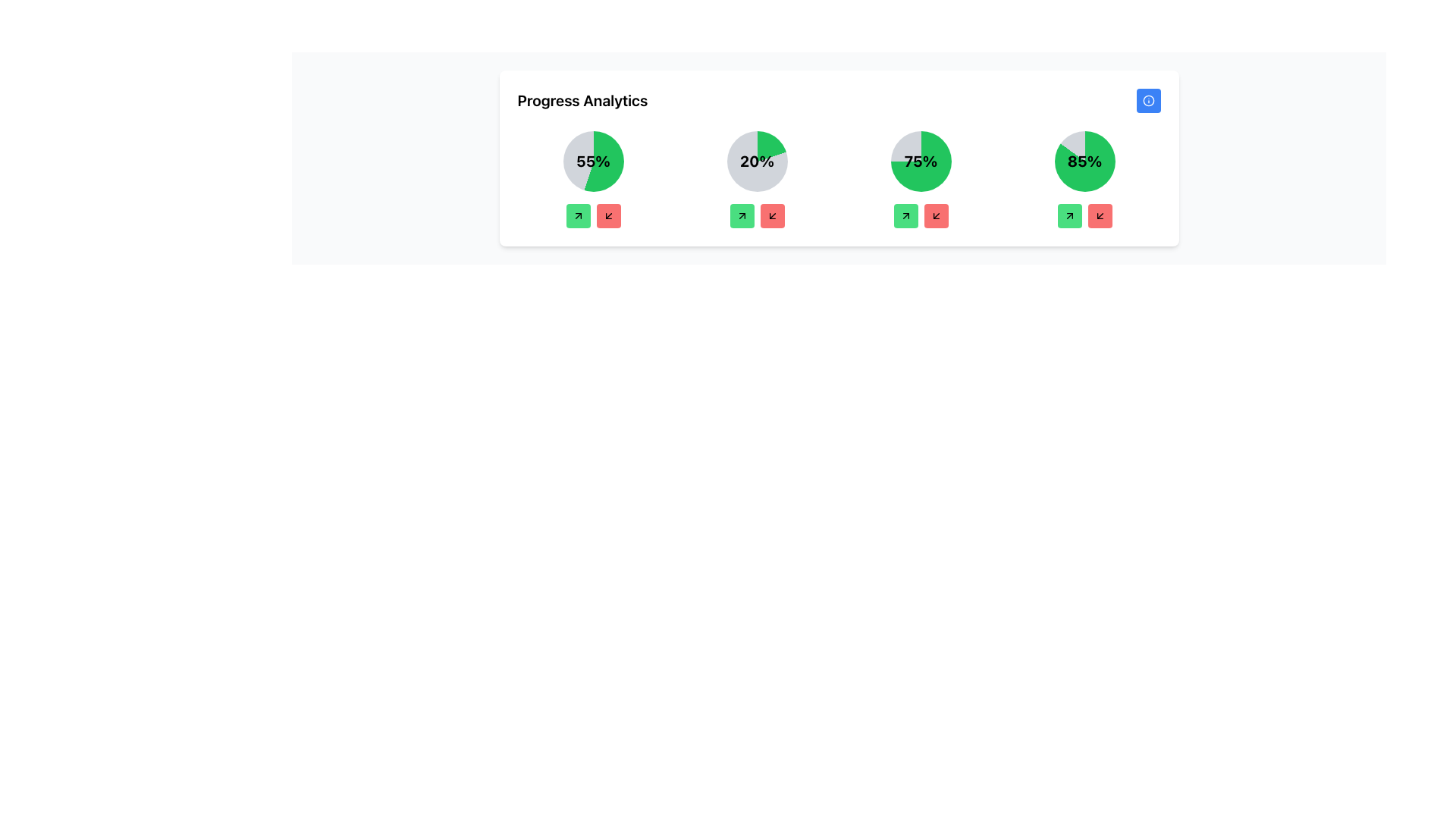  I want to click on the displayed percentage on the Circular Progress Indicator labeled '55%', which is visually represented with a green and gray segmented background, so click(592, 178).